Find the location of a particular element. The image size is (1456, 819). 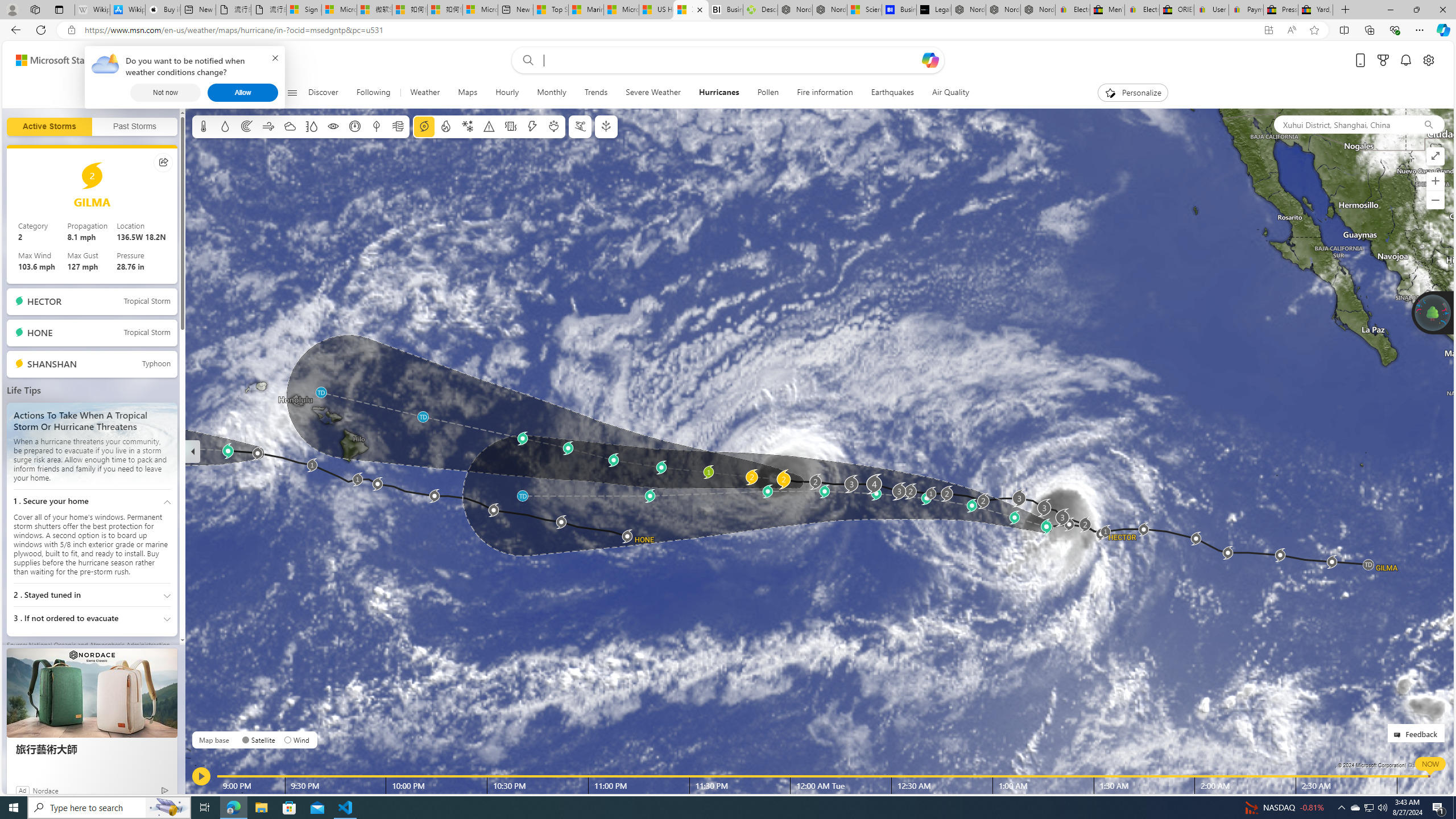

'Air Quality' is located at coordinates (950, 92).